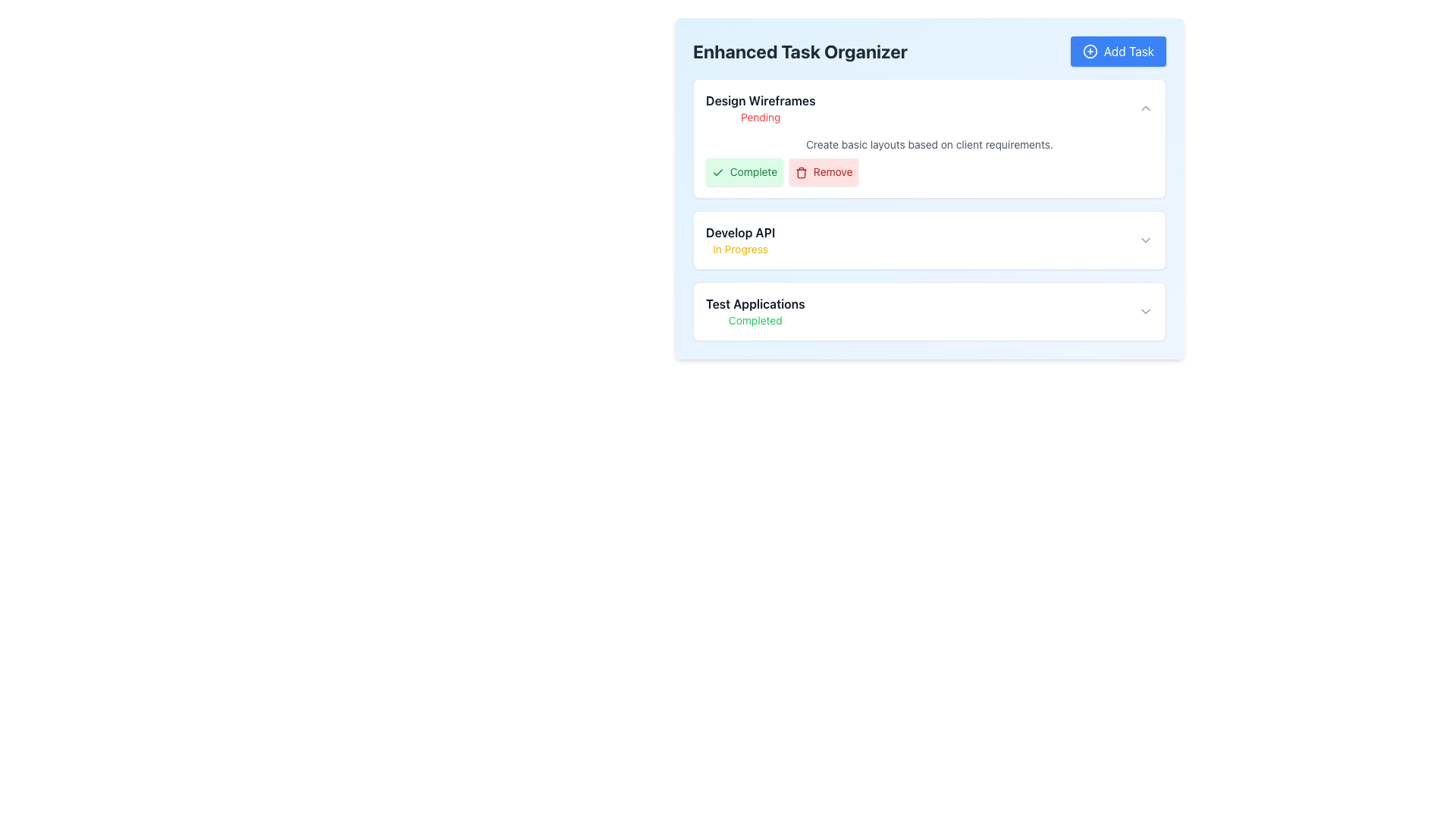  What do you see at coordinates (799, 51) in the screenshot?
I see `the 'Enhanced Task Organizer' text label, which is styled in bold and large font, located at the top of the interface` at bounding box center [799, 51].